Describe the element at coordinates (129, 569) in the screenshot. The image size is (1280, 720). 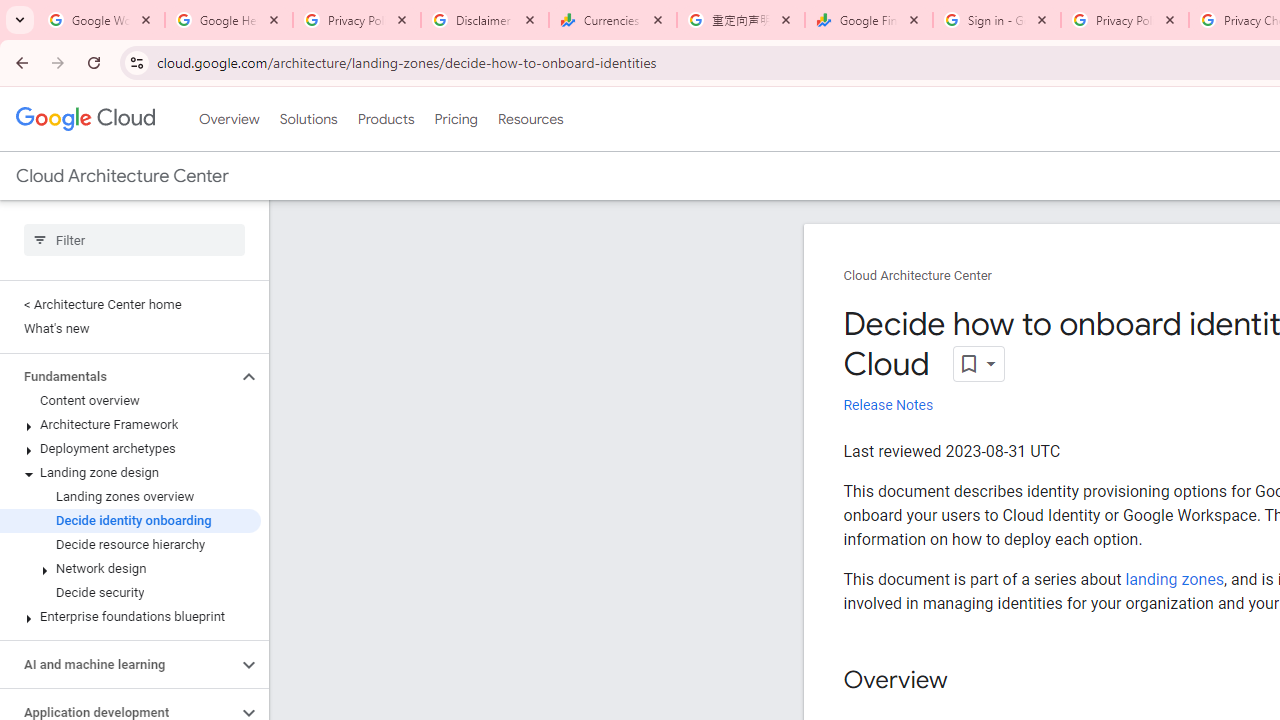
I see `'Network design'` at that location.